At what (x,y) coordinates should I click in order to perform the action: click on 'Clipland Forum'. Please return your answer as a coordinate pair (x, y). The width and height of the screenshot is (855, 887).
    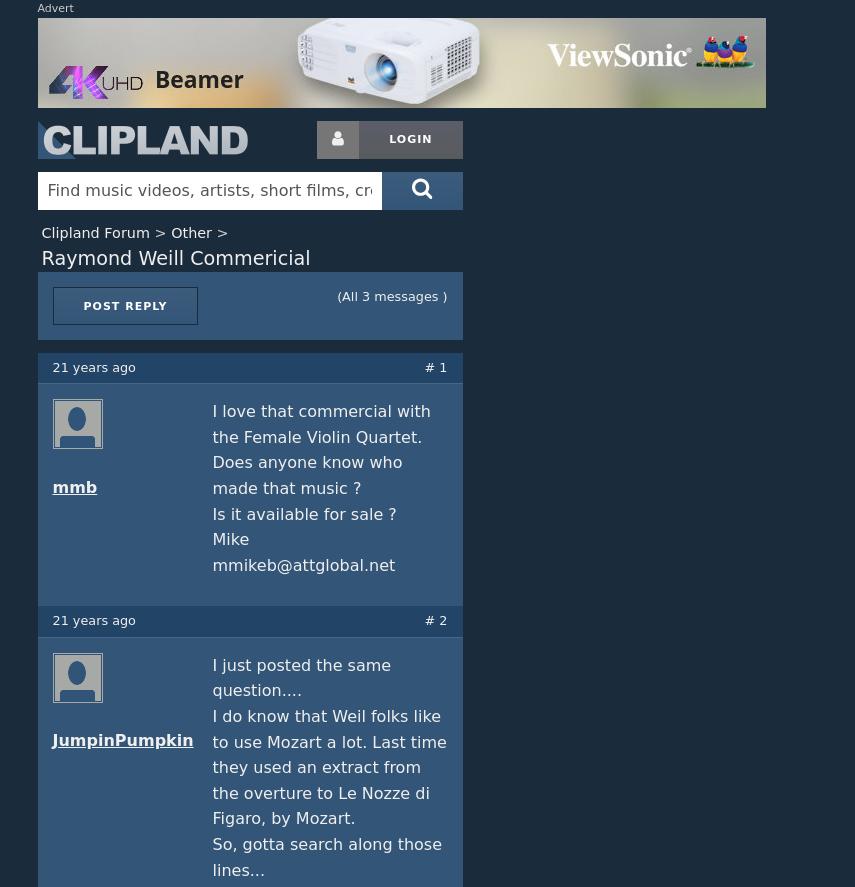
    Looking at the image, I should click on (94, 232).